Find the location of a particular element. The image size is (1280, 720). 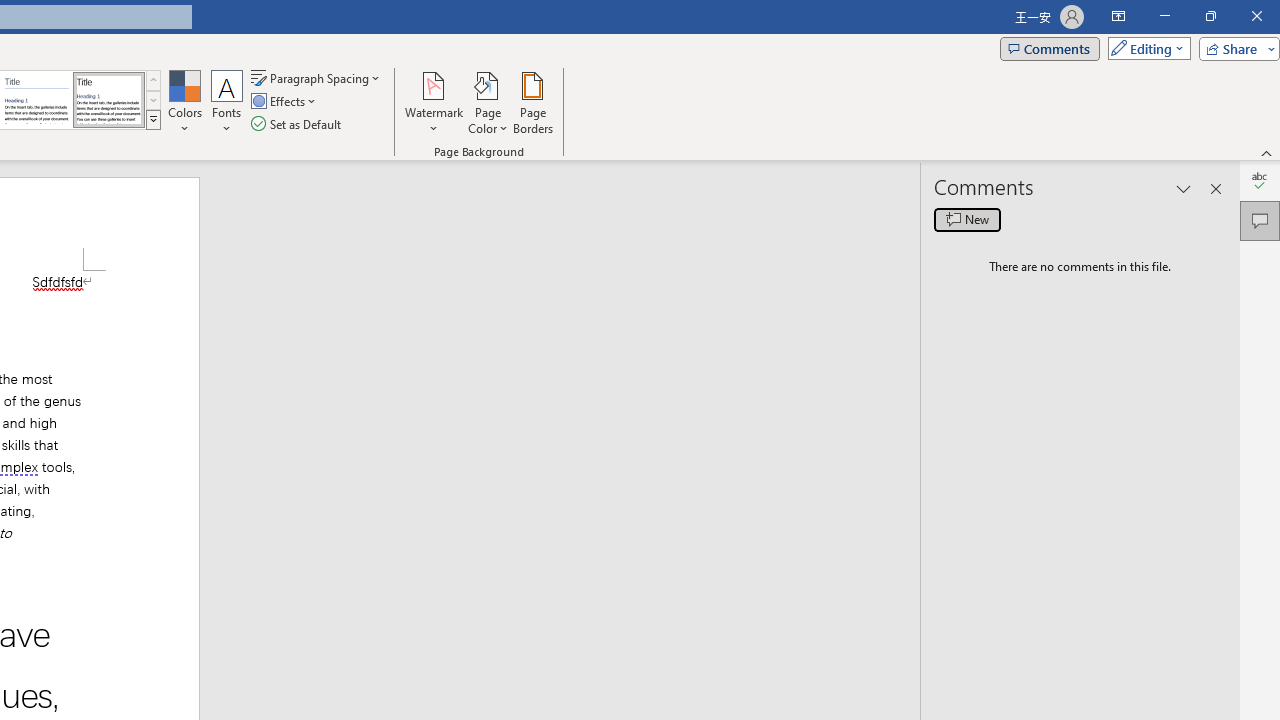

'Watermark' is located at coordinates (433, 103).